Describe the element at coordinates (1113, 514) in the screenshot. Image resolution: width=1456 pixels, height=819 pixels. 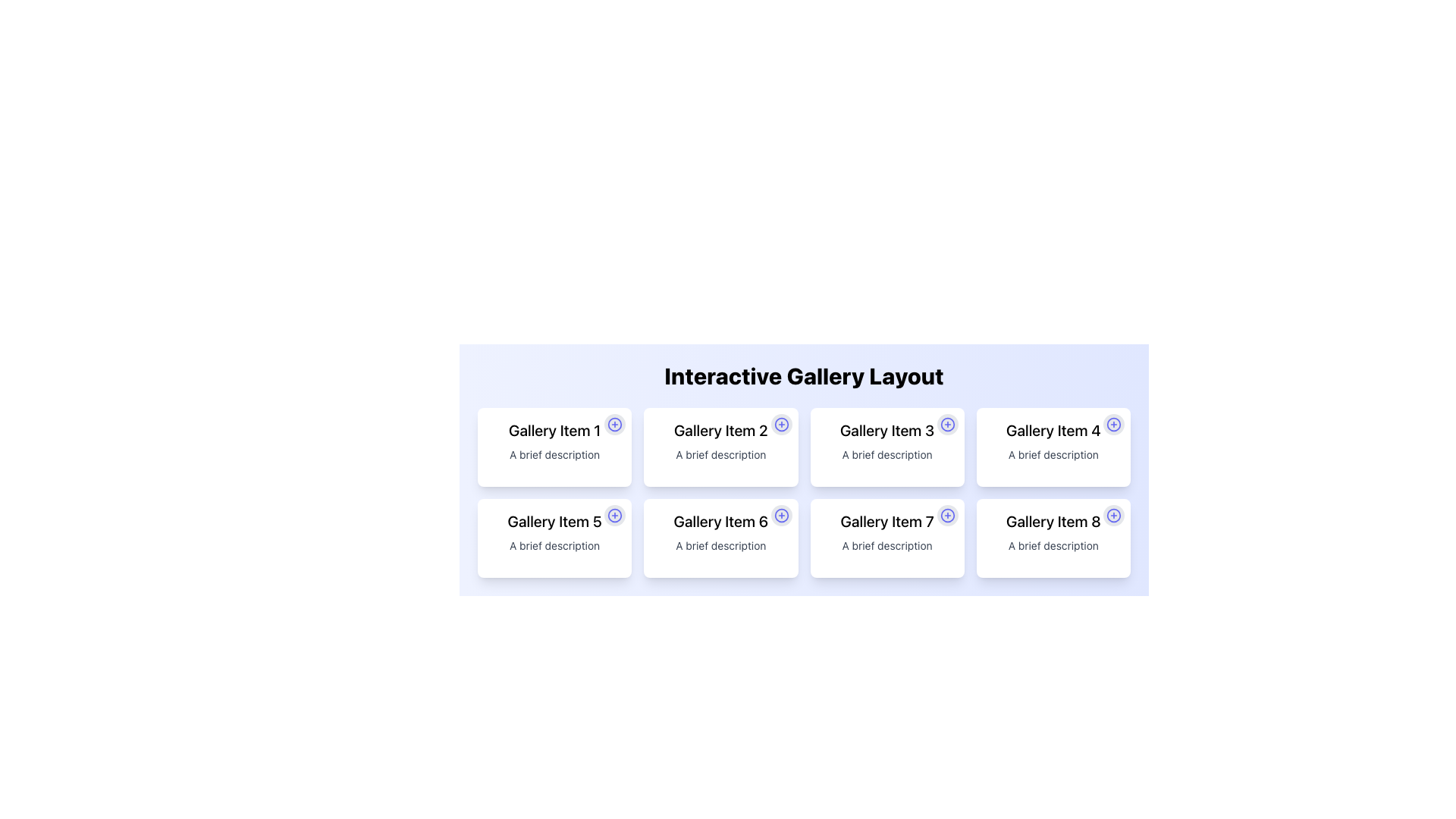
I see `the icon button located in the top-right corner of the card labeled 'Gallery Item 8'` at that location.